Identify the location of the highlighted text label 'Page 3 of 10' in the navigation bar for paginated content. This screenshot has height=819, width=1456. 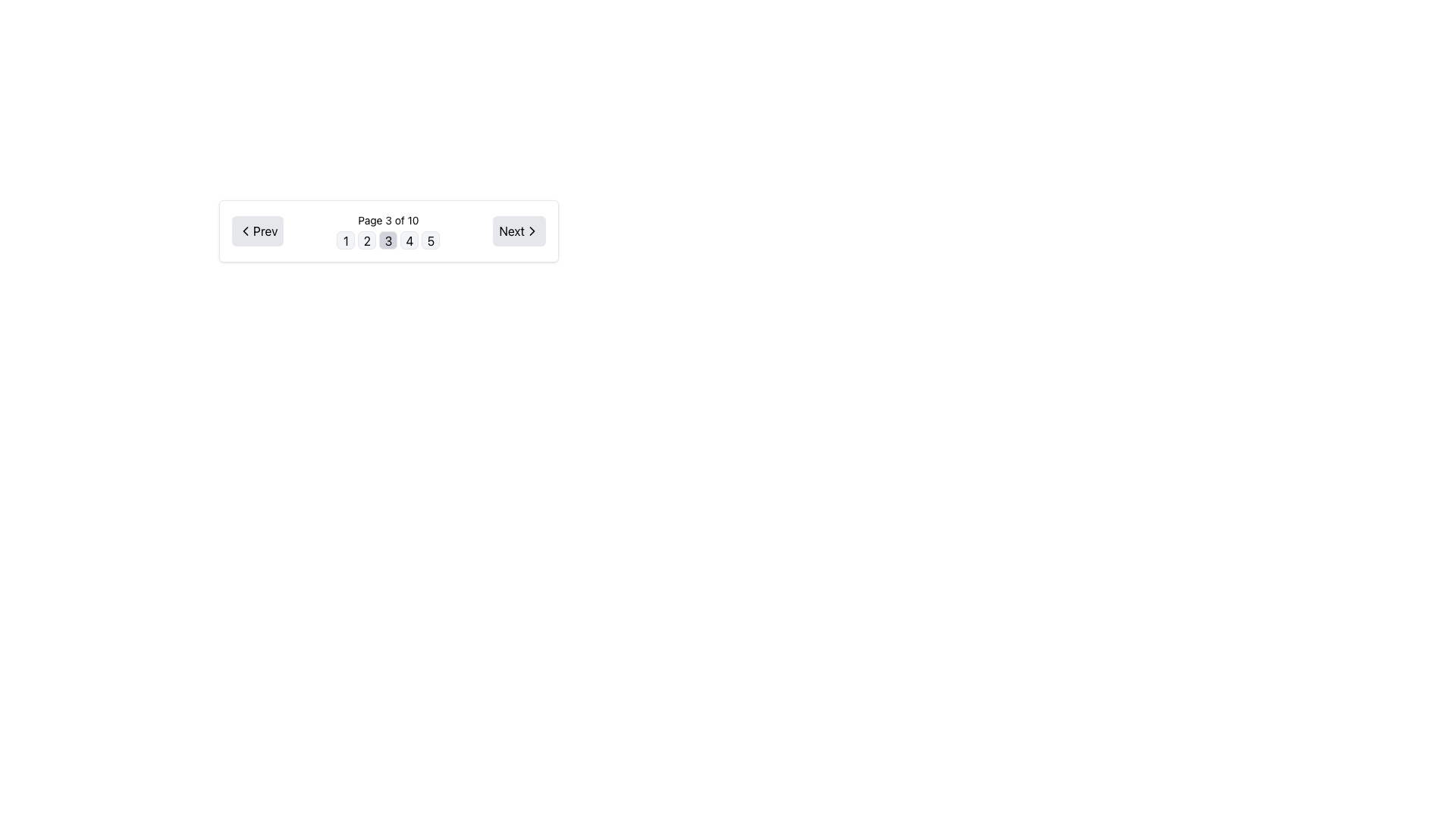
(389, 231).